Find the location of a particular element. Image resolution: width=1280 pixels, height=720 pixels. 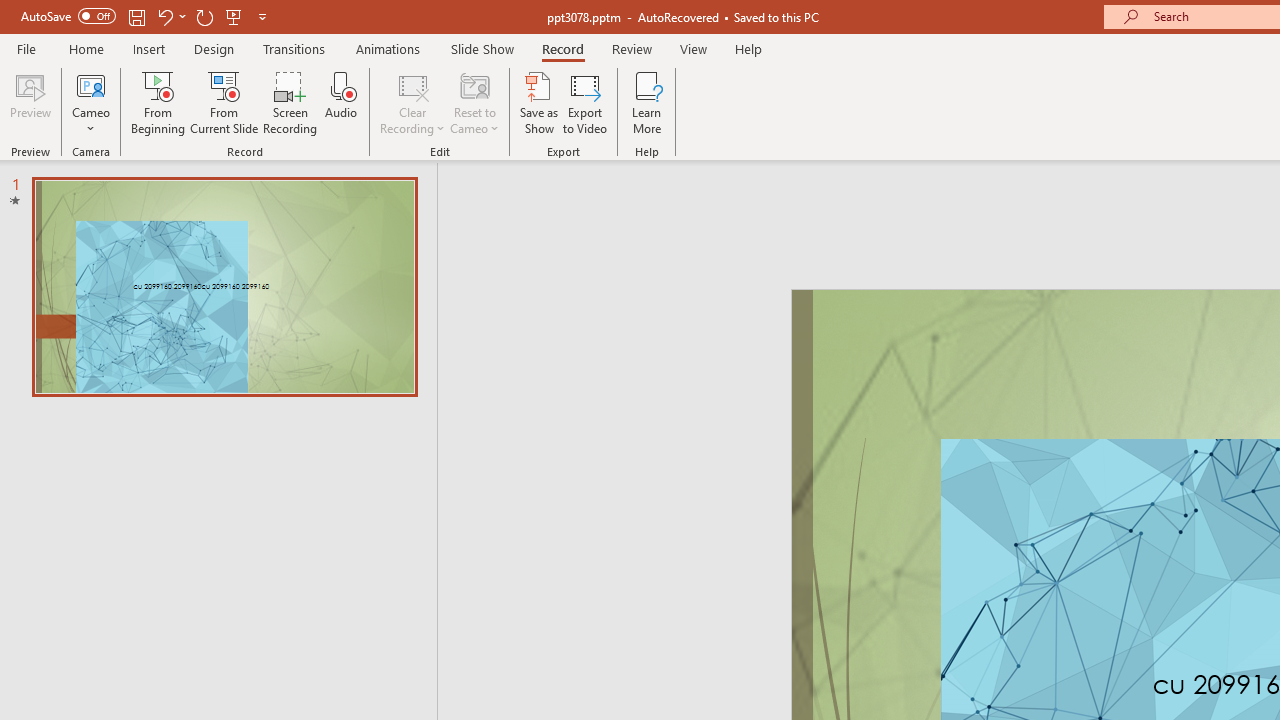

'Customize Quick Access Toolbar' is located at coordinates (262, 16).